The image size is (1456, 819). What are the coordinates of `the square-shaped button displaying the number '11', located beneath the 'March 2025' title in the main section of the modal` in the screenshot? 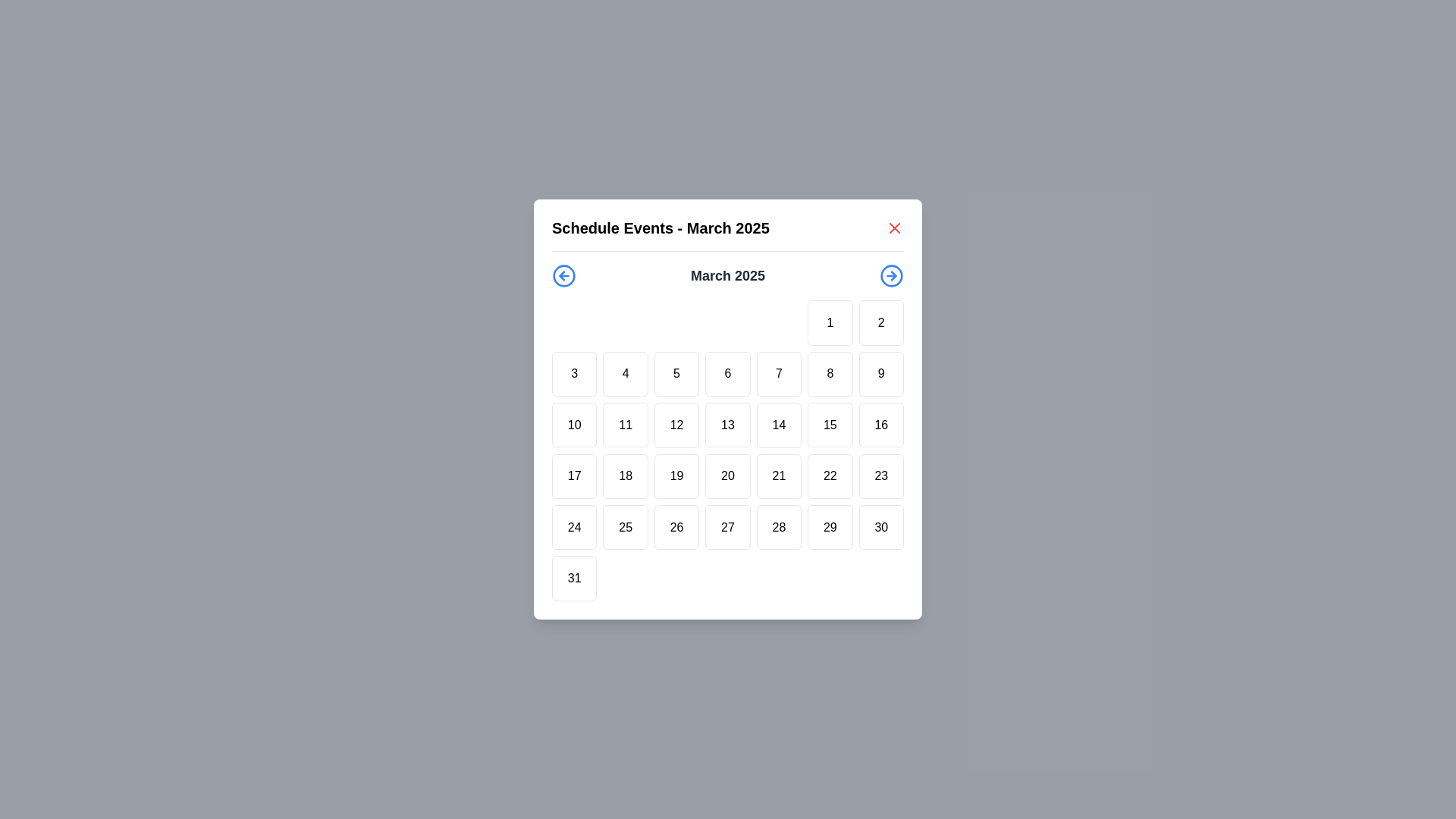 It's located at (626, 425).